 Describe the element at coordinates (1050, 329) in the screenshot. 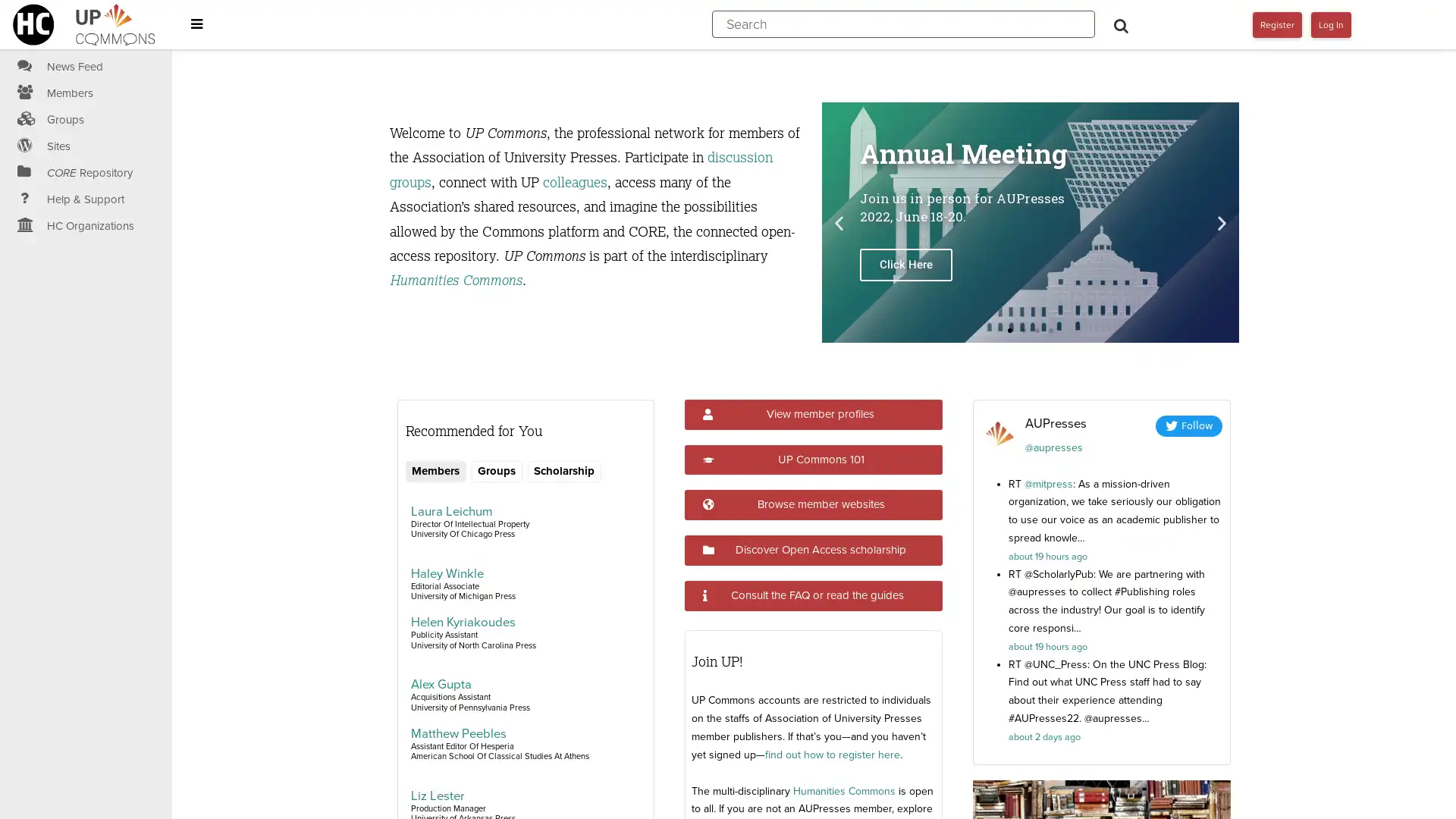

I see `Go to slide 4` at that location.